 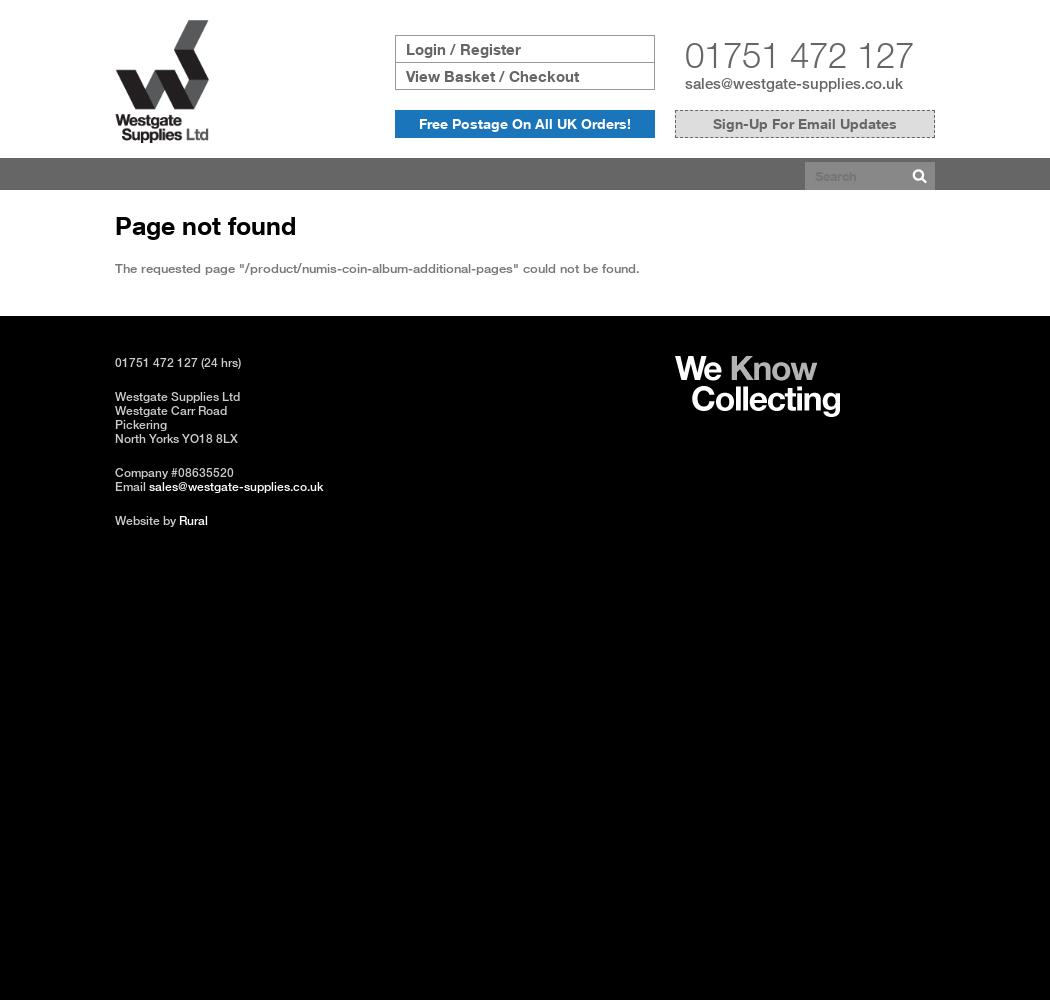 What do you see at coordinates (171, 410) in the screenshot?
I see `'Westgate Carr Road'` at bounding box center [171, 410].